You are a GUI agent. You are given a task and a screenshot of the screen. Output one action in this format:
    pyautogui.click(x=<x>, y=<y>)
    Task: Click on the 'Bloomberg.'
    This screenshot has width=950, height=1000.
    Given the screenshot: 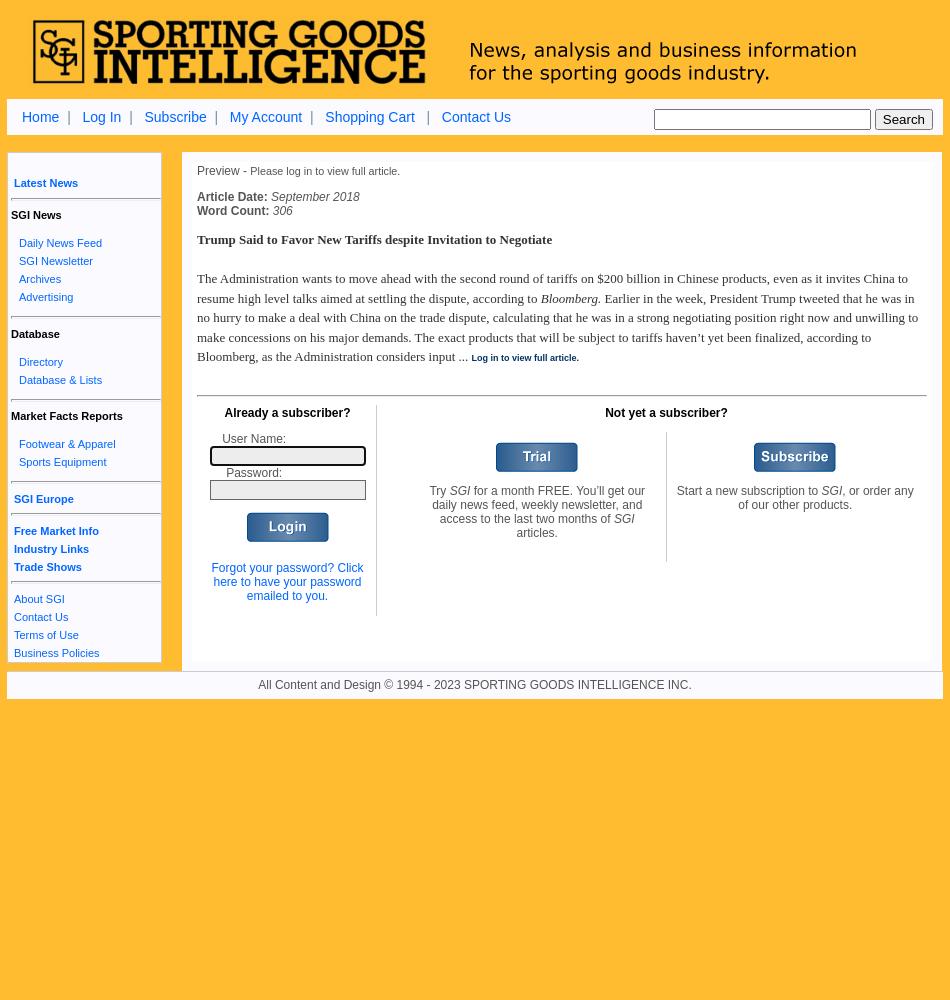 What is the action you would take?
    pyautogui.click(x=570, y=297)
    